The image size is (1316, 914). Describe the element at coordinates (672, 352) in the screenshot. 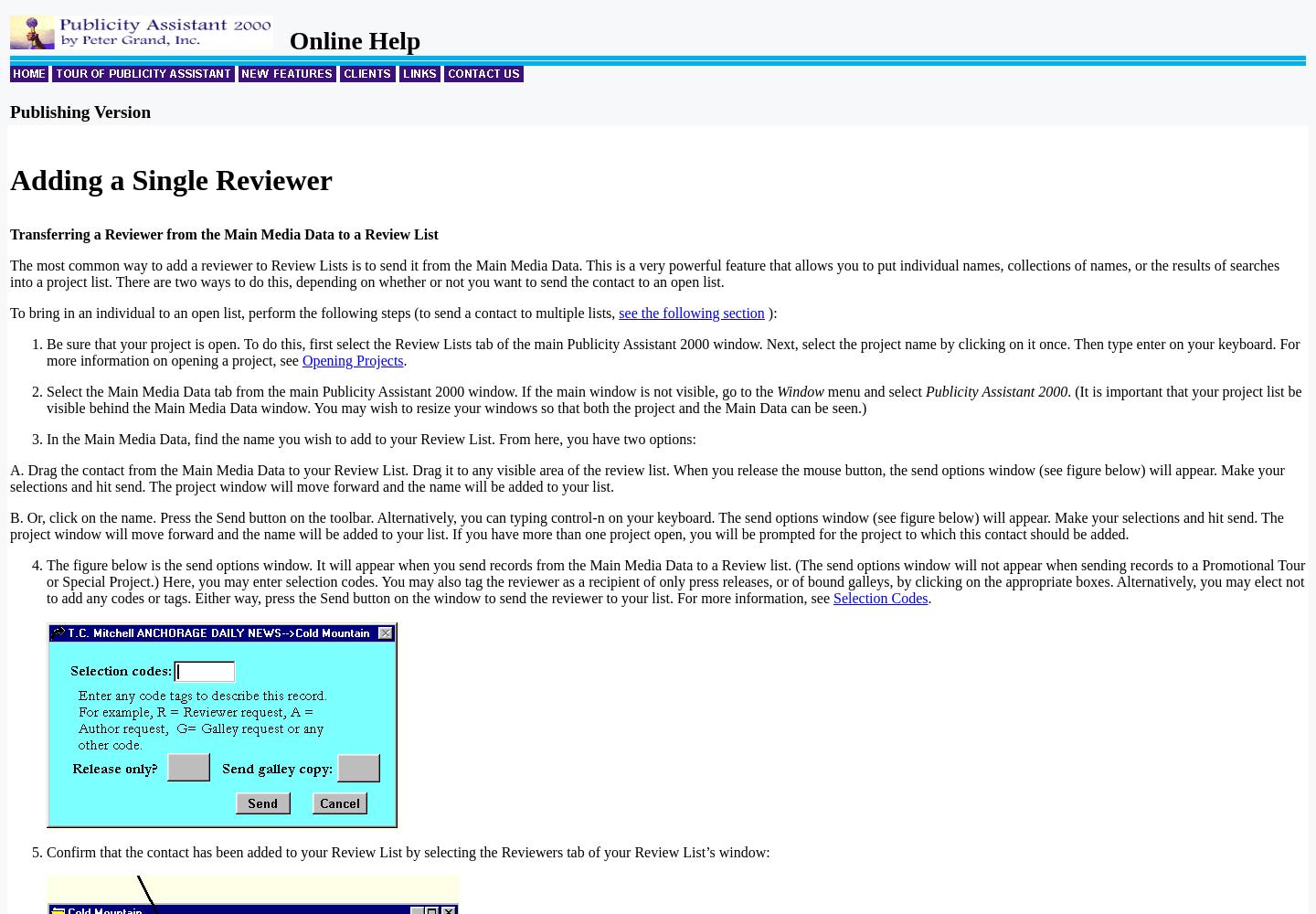

I see `'Be sure that your project is open.  To do this, first select the Review Lists
tab of the main Publicity Assistant 2000 window.  Next, select the project name
by clicking on it once.  Then type enter on your keyboard.  For more
information on opening a project, see'` at that location.